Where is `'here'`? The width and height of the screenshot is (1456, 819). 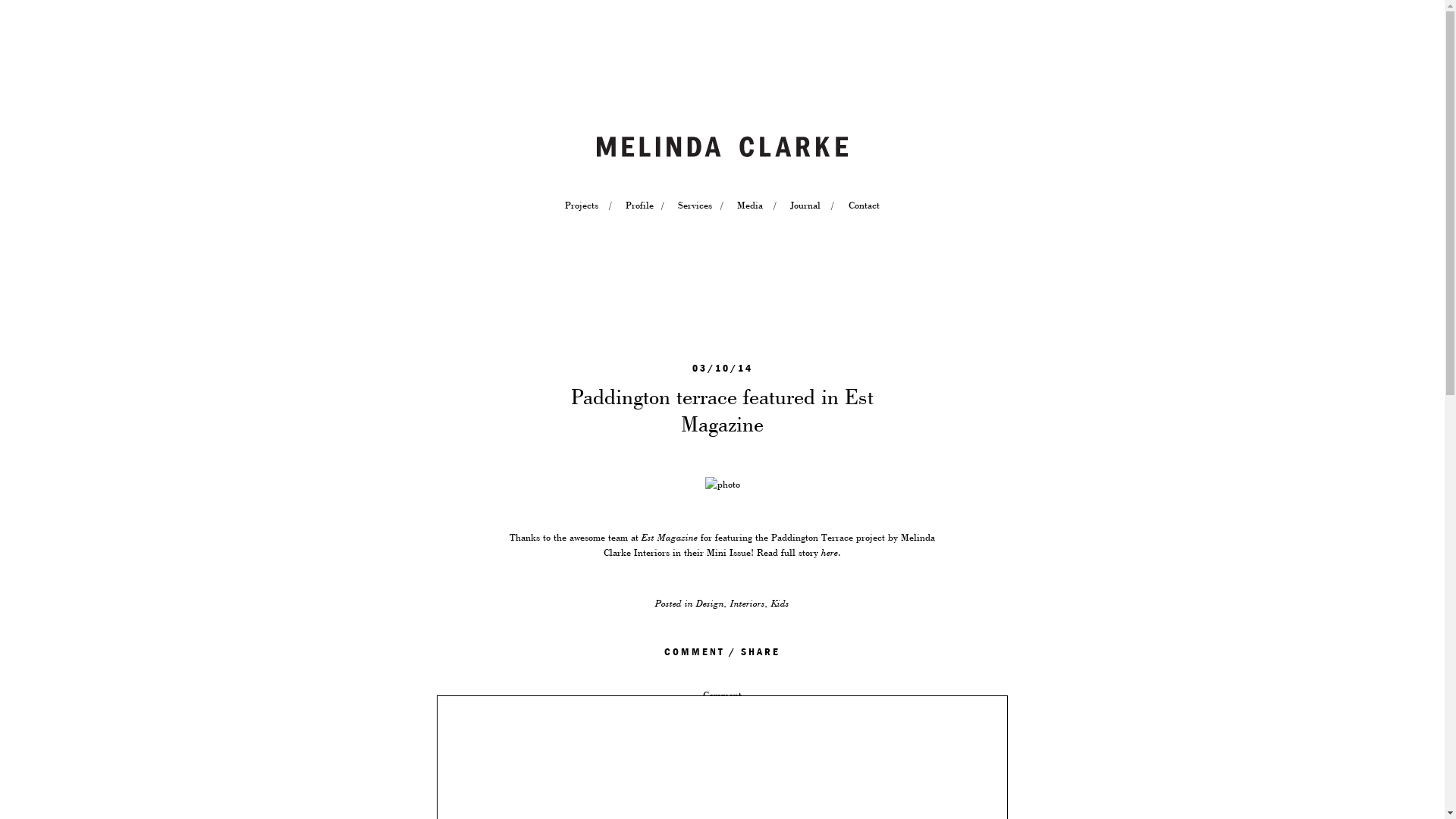 'here' is located at coordinates (829, 553).